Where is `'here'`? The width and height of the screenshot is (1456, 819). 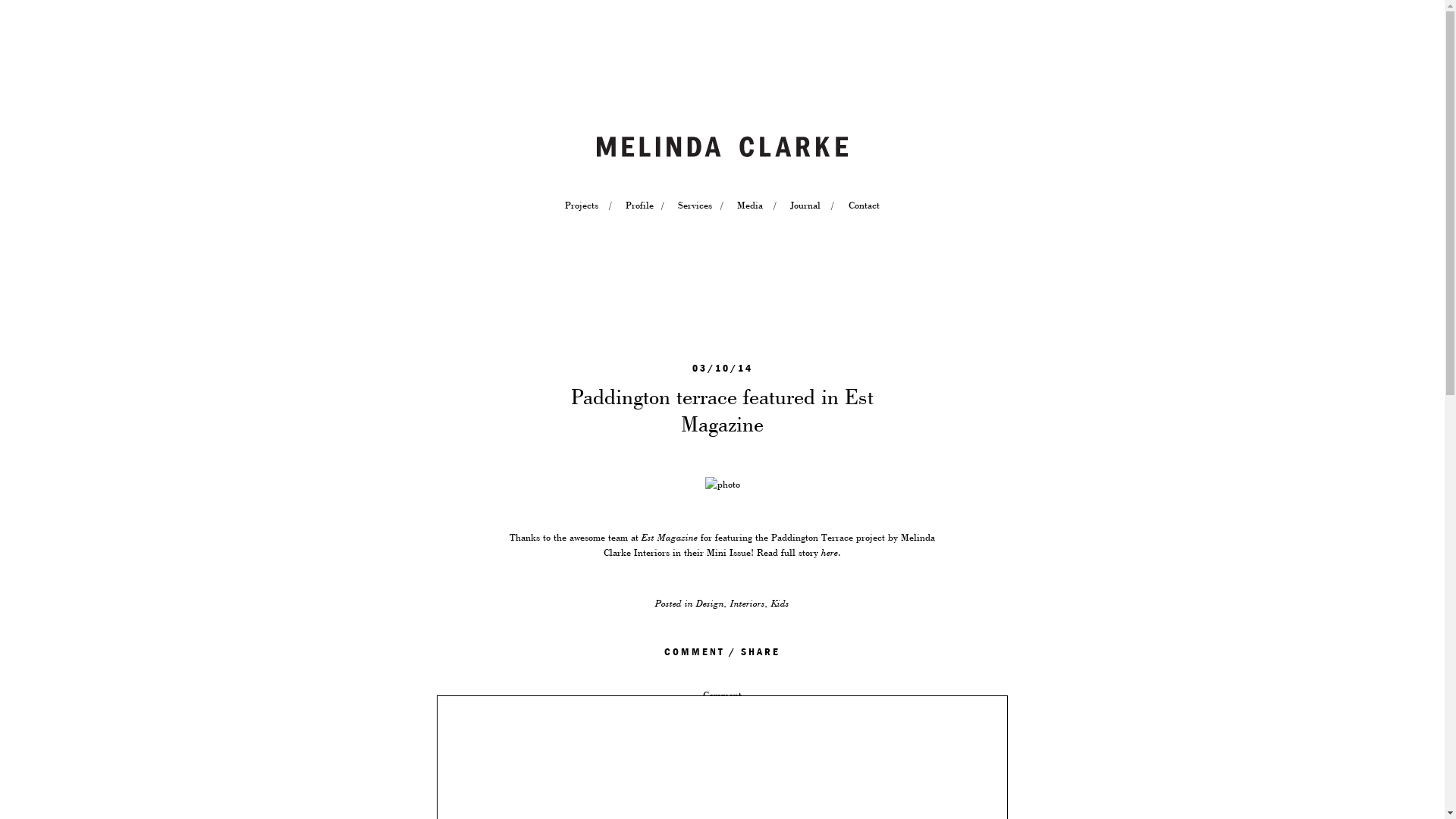 'here' is located at coordinates (829, 553).